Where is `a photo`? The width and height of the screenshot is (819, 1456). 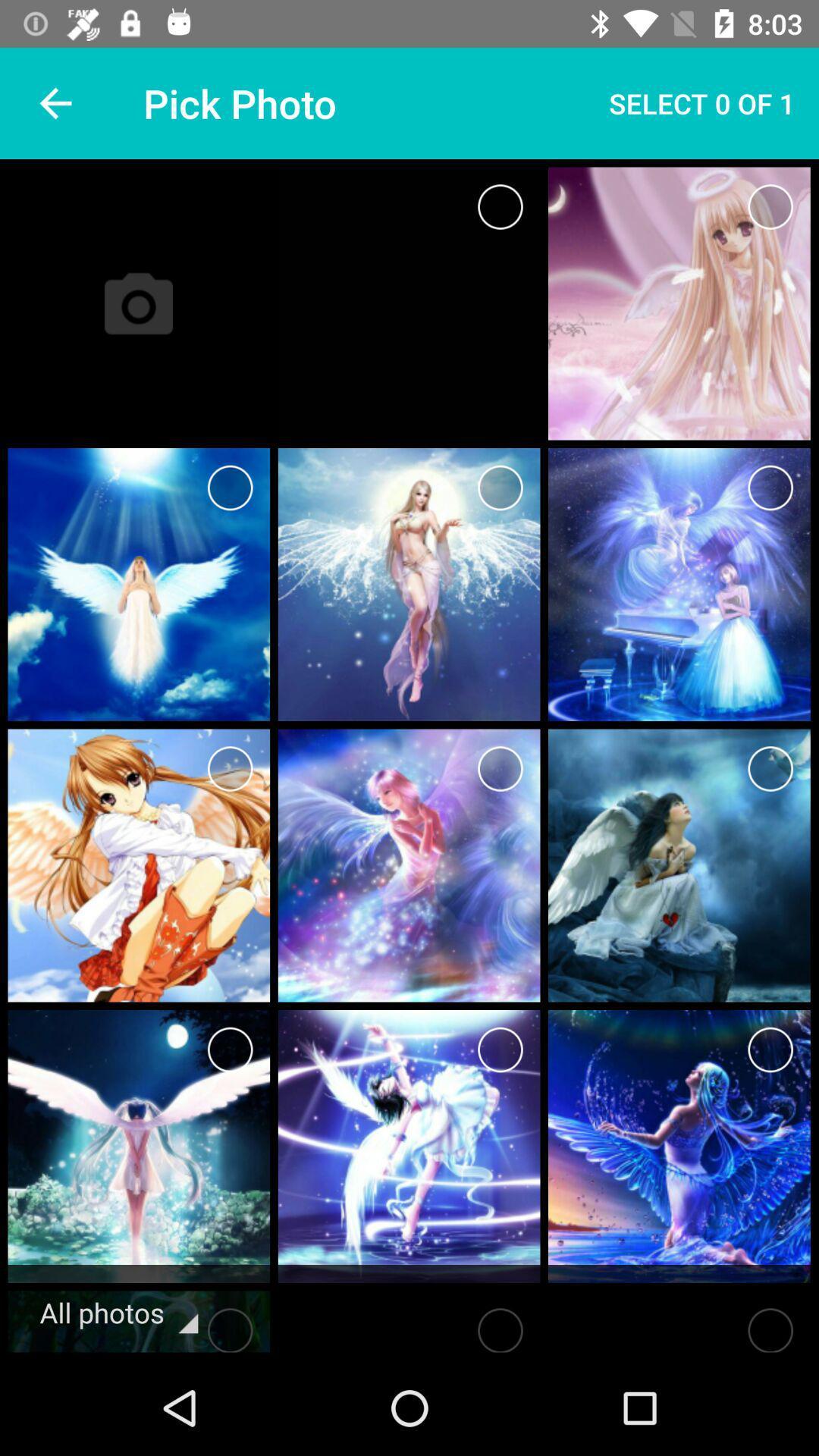
a photo is located at coordinates (770, 206).